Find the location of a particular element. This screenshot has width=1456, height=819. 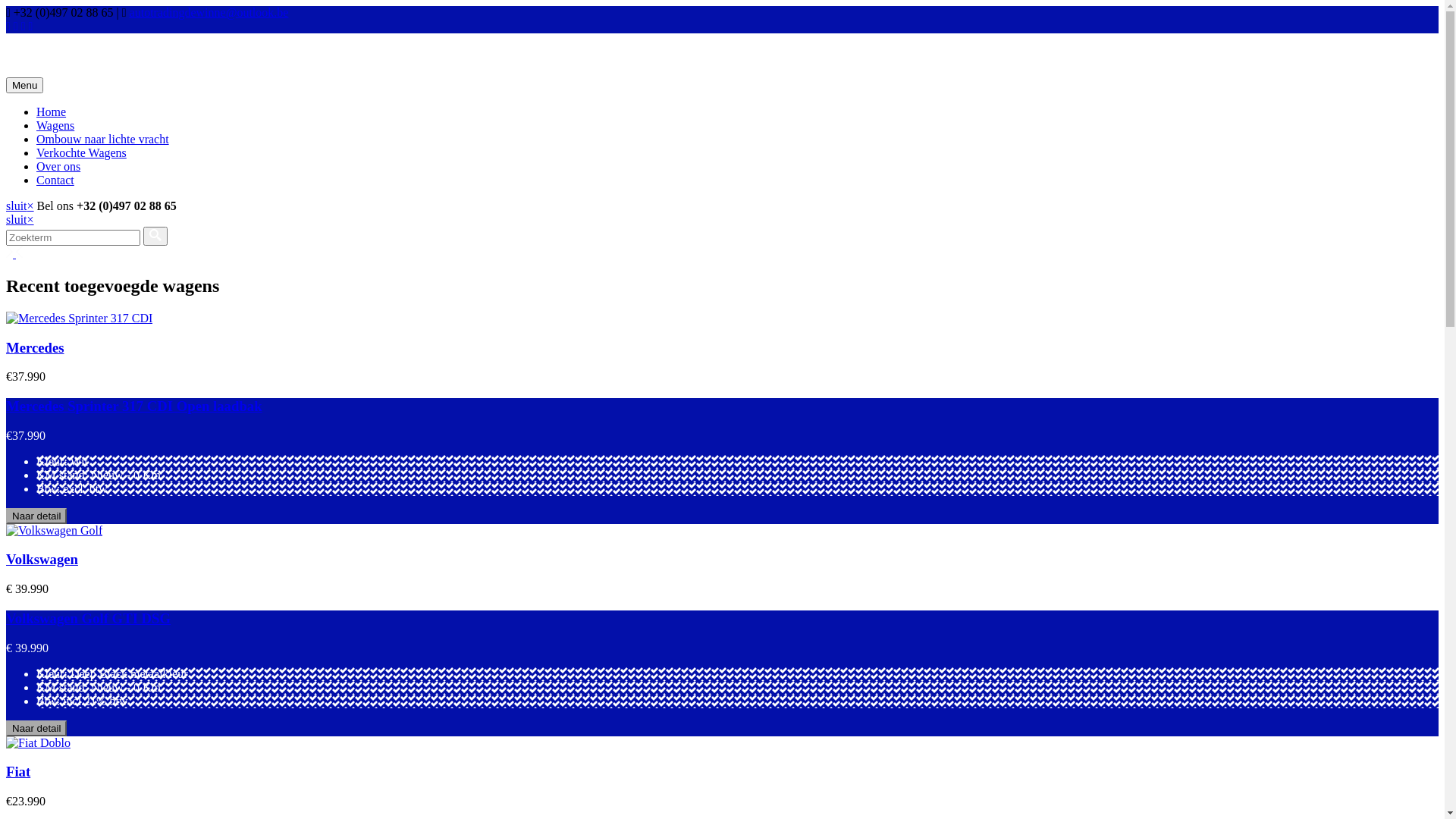

'Versturen' is located at coordinates (143, 236).